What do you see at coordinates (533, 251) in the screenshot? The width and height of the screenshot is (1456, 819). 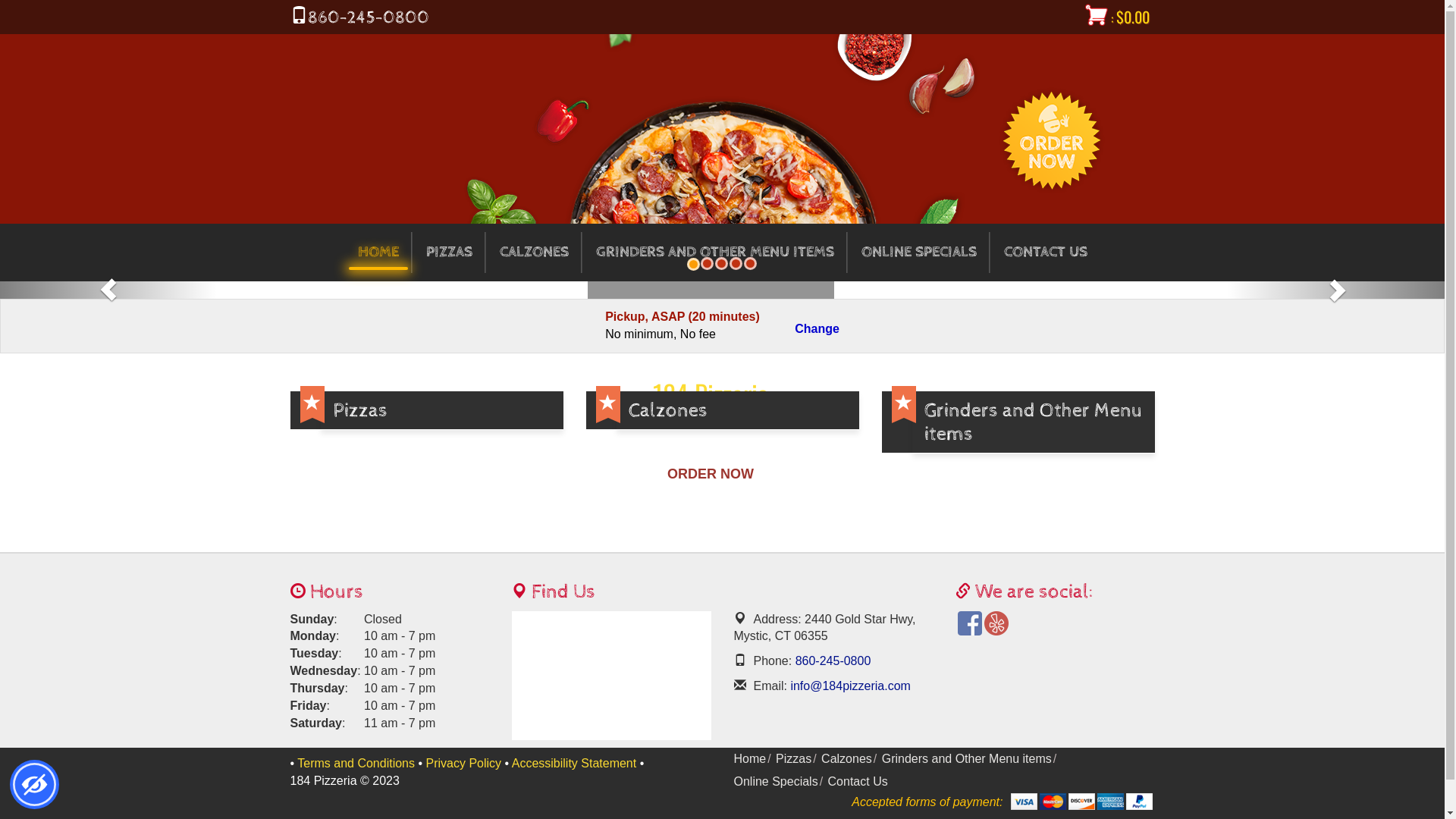 I see `'CALZONES'` at bounding box center [533, 251].